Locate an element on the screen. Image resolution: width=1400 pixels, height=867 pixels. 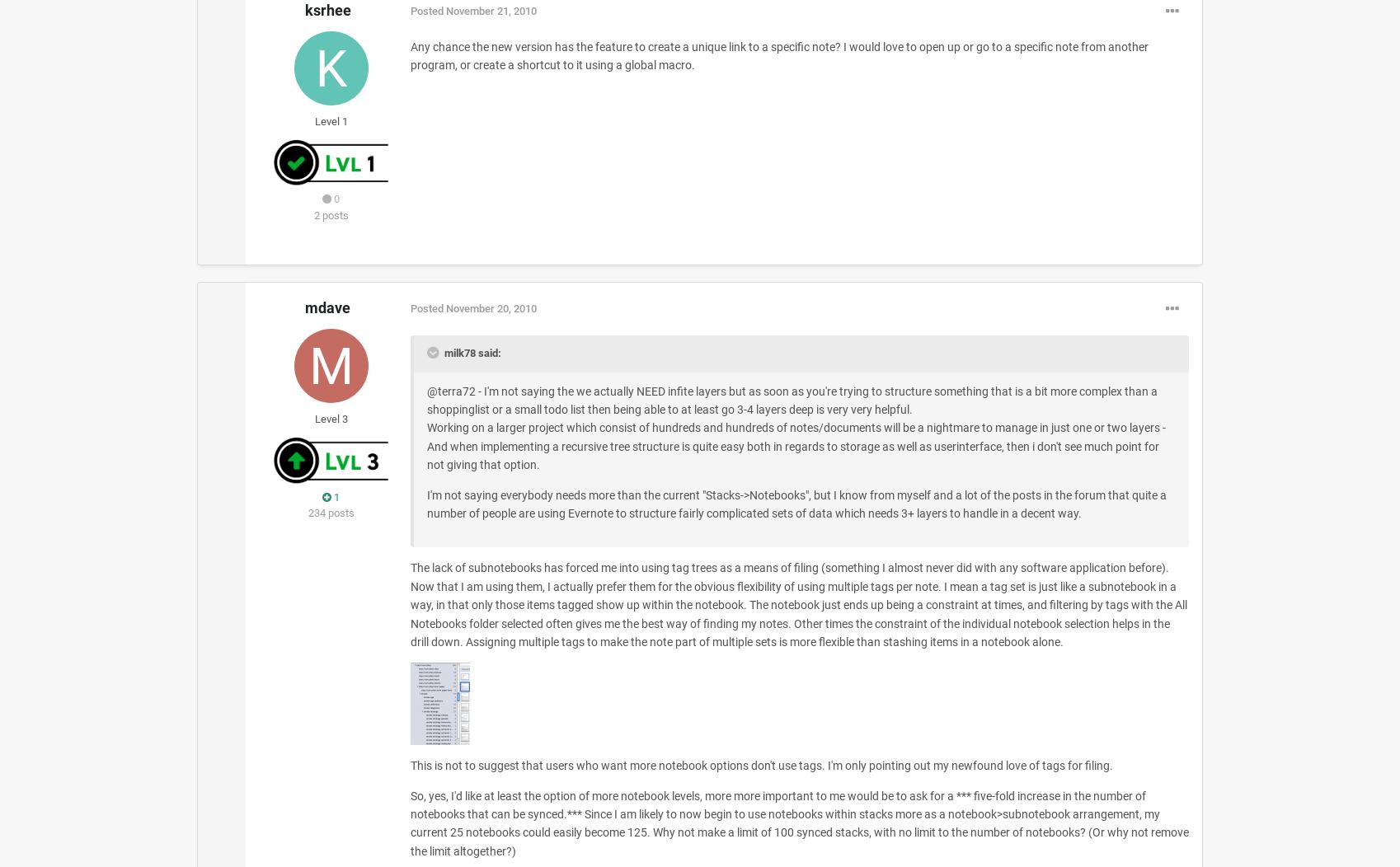
'Working on a larger project which consist of hundreds and hundreds of notes/documents will be a nightmare to manage in just one or two layers - And when implementing a recursive tree structure is quite easy both in regards to storage as well as userinterface, then i don't see much point for not giving that option.' is located at coordinates (794, 446).